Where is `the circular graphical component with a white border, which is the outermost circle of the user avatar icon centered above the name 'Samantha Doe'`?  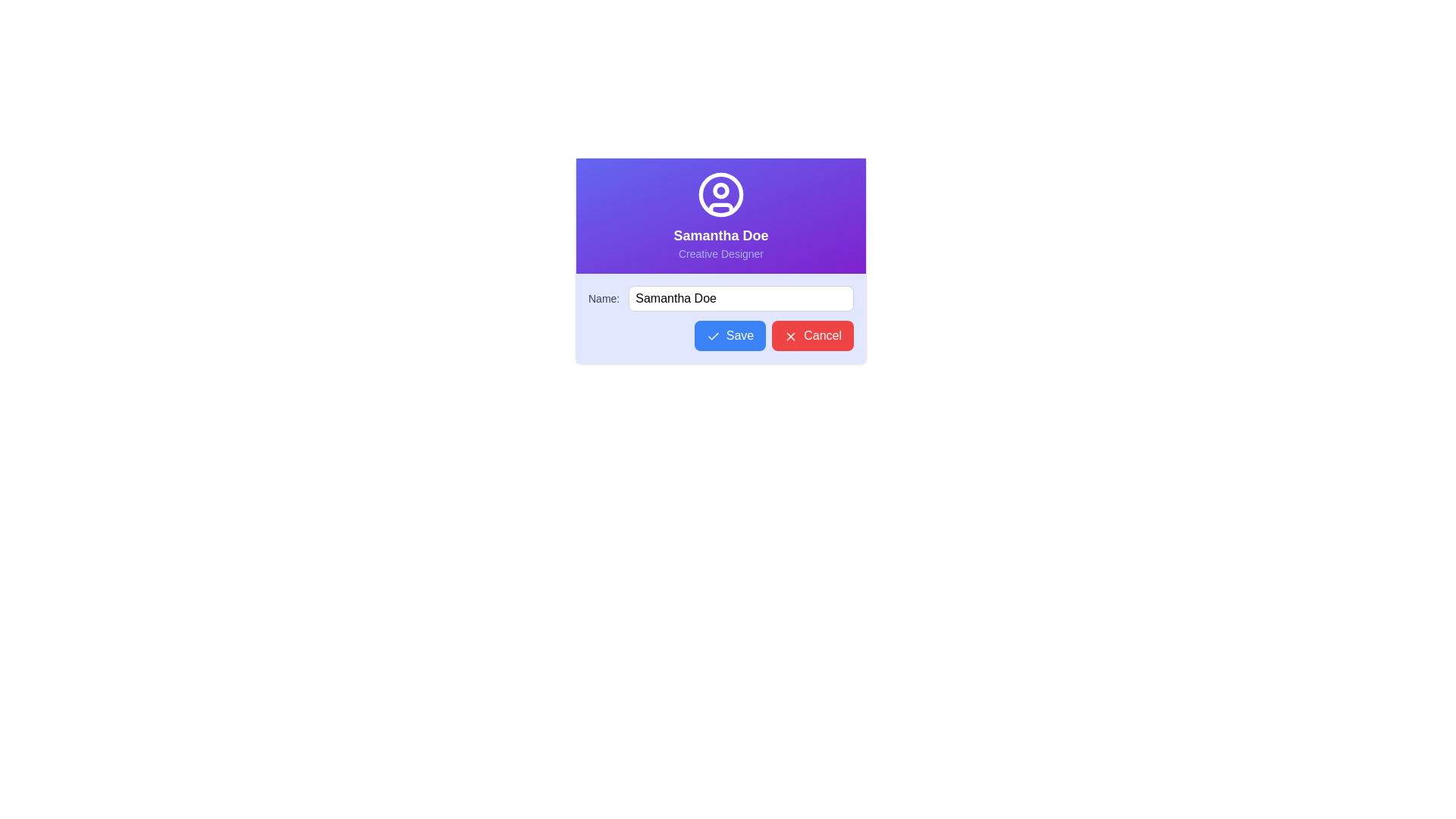 the circular graphical component with a white border, which is the outermost circle of the user avatar icon centered above the name 'Samantha Doe' is located at coordinates (720, 193).